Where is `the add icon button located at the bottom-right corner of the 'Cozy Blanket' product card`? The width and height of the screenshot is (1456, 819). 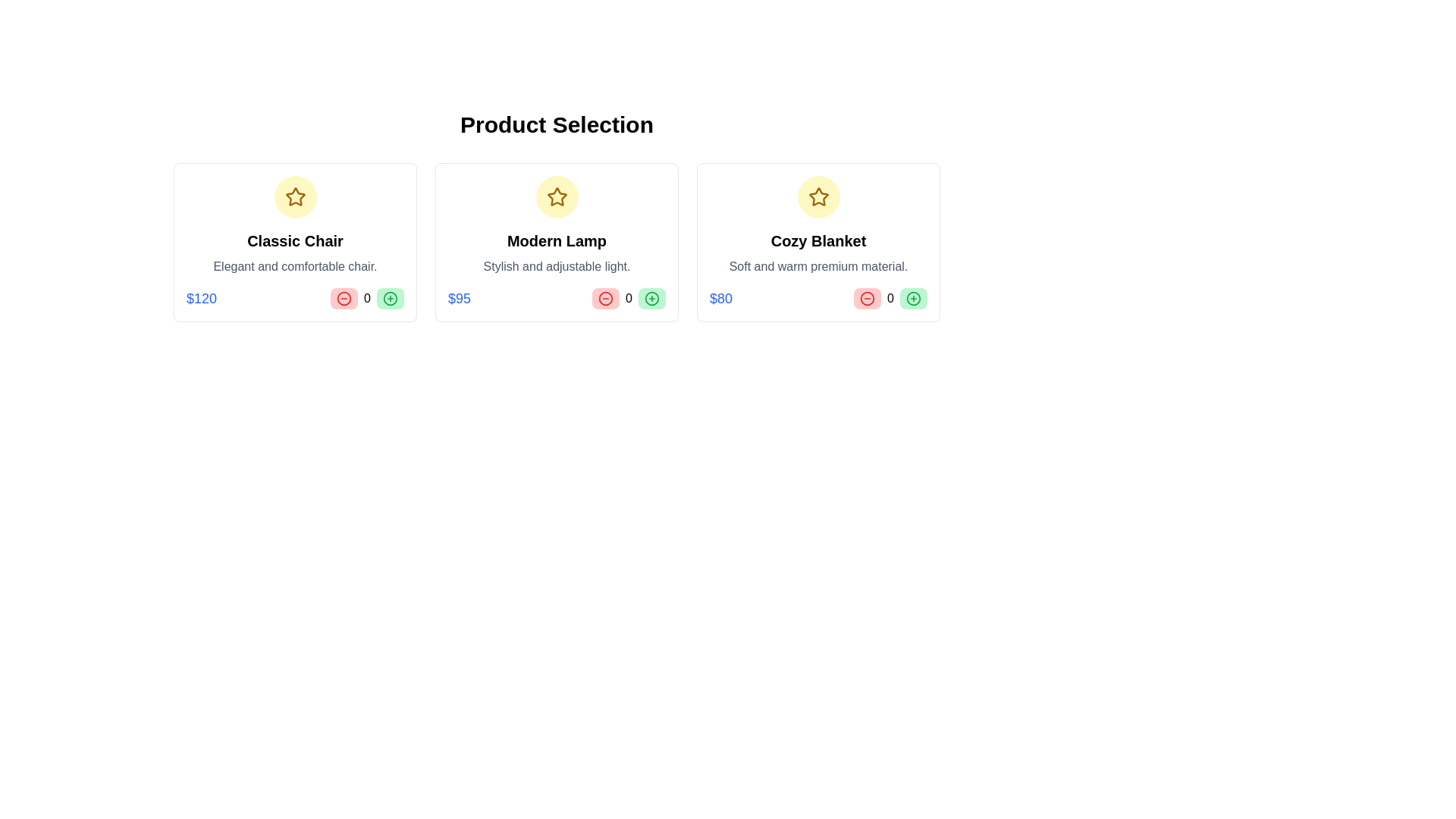
the add icon button located at the bottom-right corner of the 'Cozy Blanket' product card is located at coordinates (912, 298).